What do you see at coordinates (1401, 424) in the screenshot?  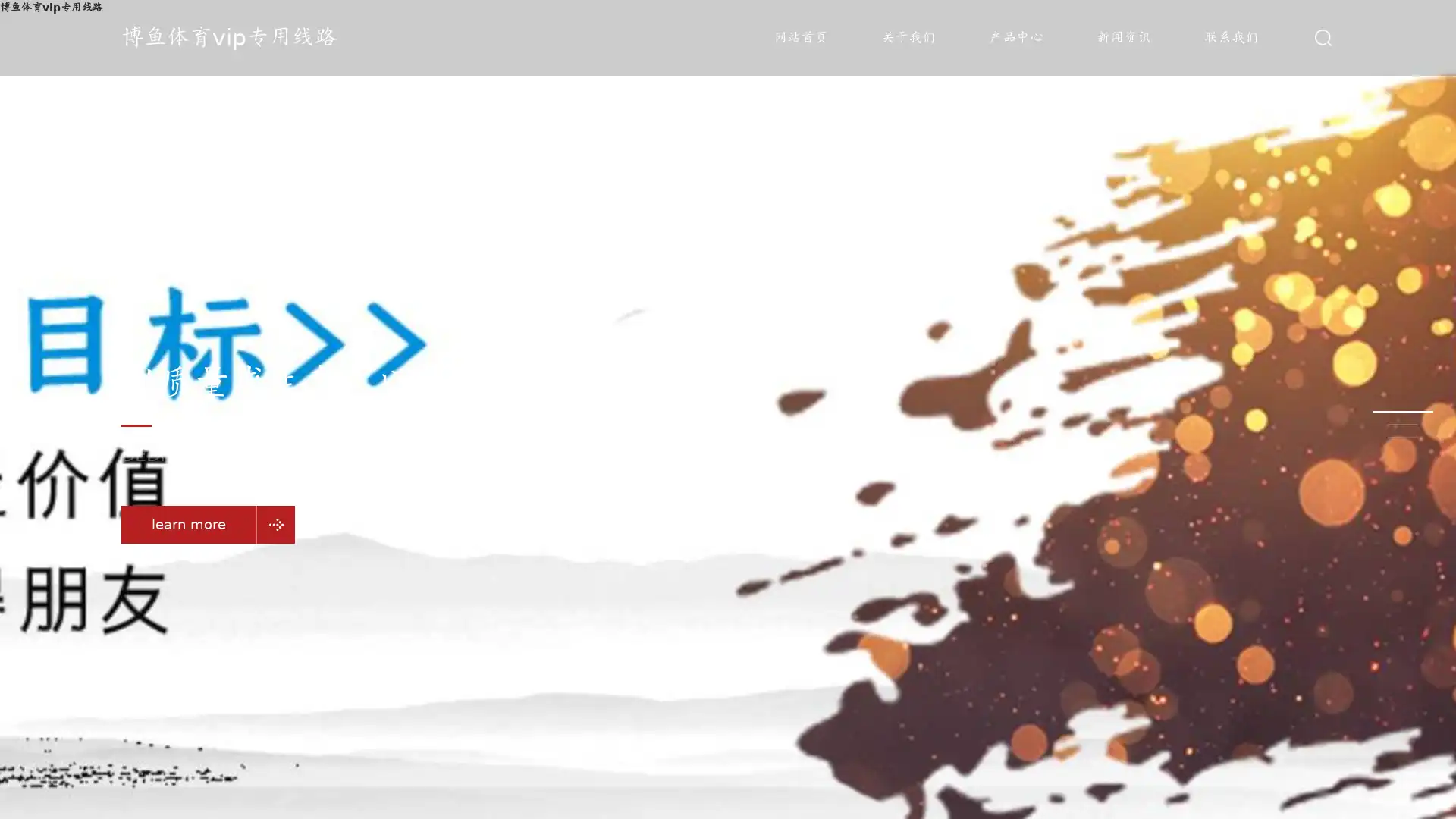 I see `Go to slide 2` at bounding box center [1401, 424].